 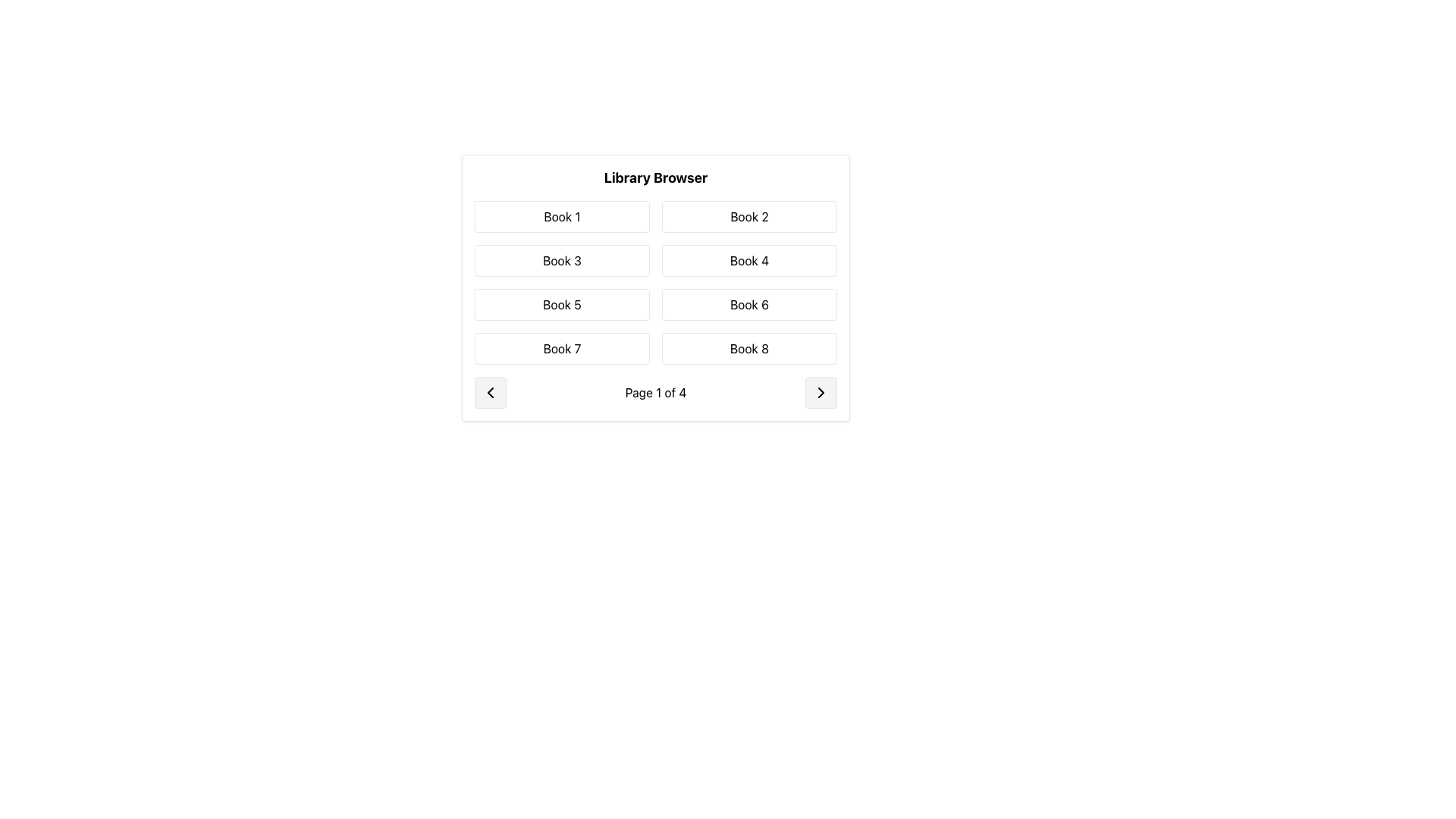 I want to click on the 'Book 5' button located in the Library Browser grid, positioned in the third row and first column, so click(x=561, y=304).